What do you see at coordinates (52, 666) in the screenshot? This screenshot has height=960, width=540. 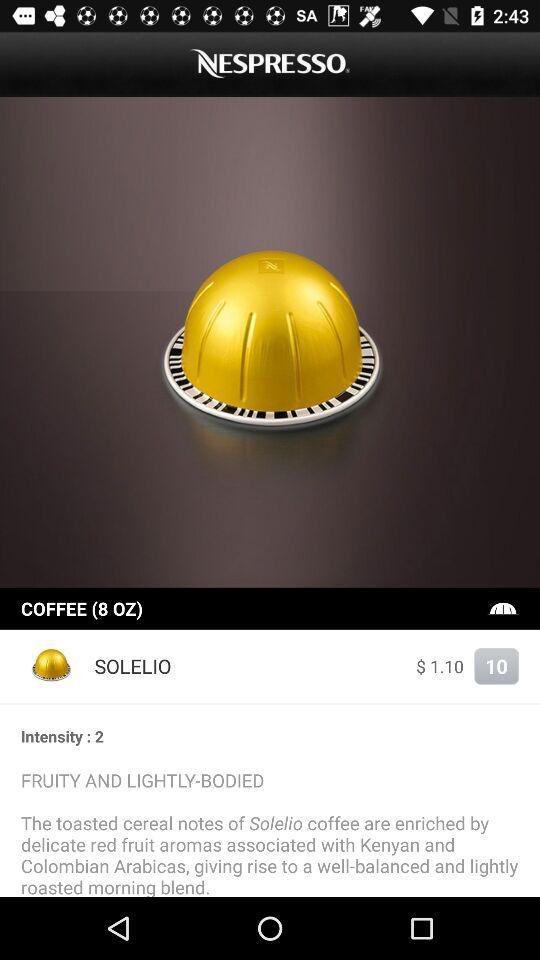 I see `item below coffee (8 oz)` at bounding box center [52, 666].